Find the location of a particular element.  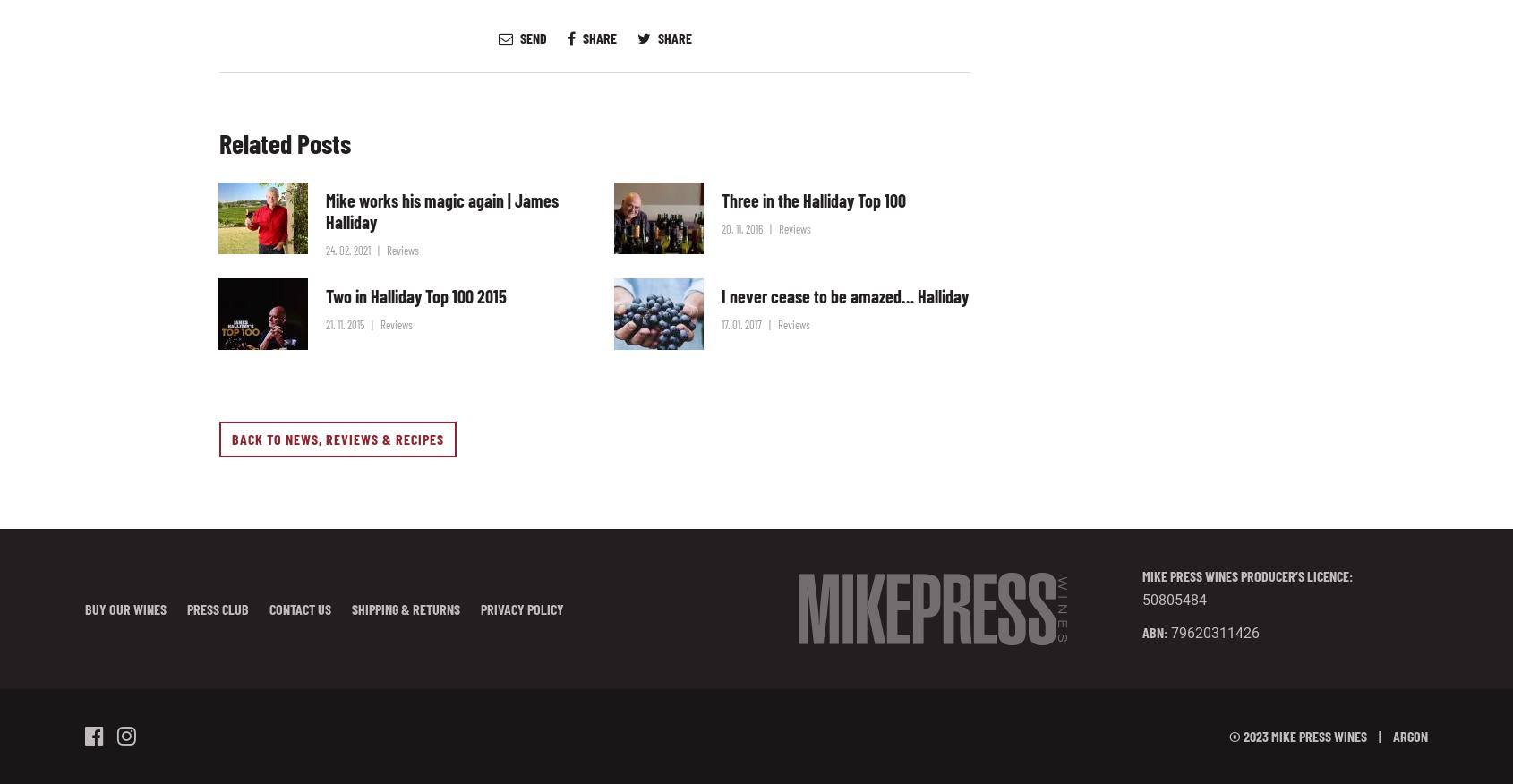

'79620311426' is located at coordinates (1212, 631).